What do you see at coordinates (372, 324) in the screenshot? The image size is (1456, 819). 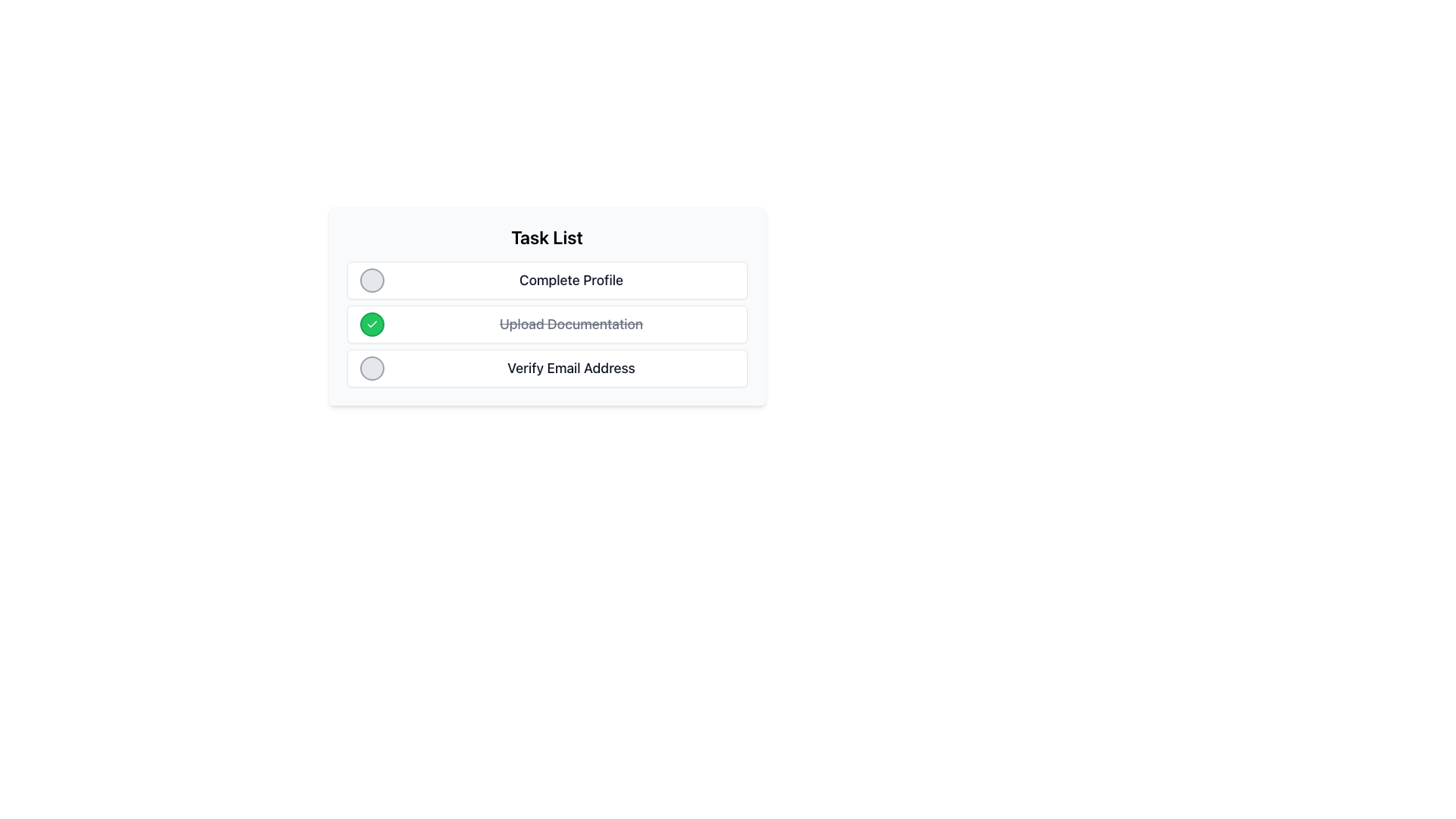 I see `the green circular button with a white checkmark icon, located on the left side of the row labeled 'Upload Documentation'` at bounding box center [372, 324].